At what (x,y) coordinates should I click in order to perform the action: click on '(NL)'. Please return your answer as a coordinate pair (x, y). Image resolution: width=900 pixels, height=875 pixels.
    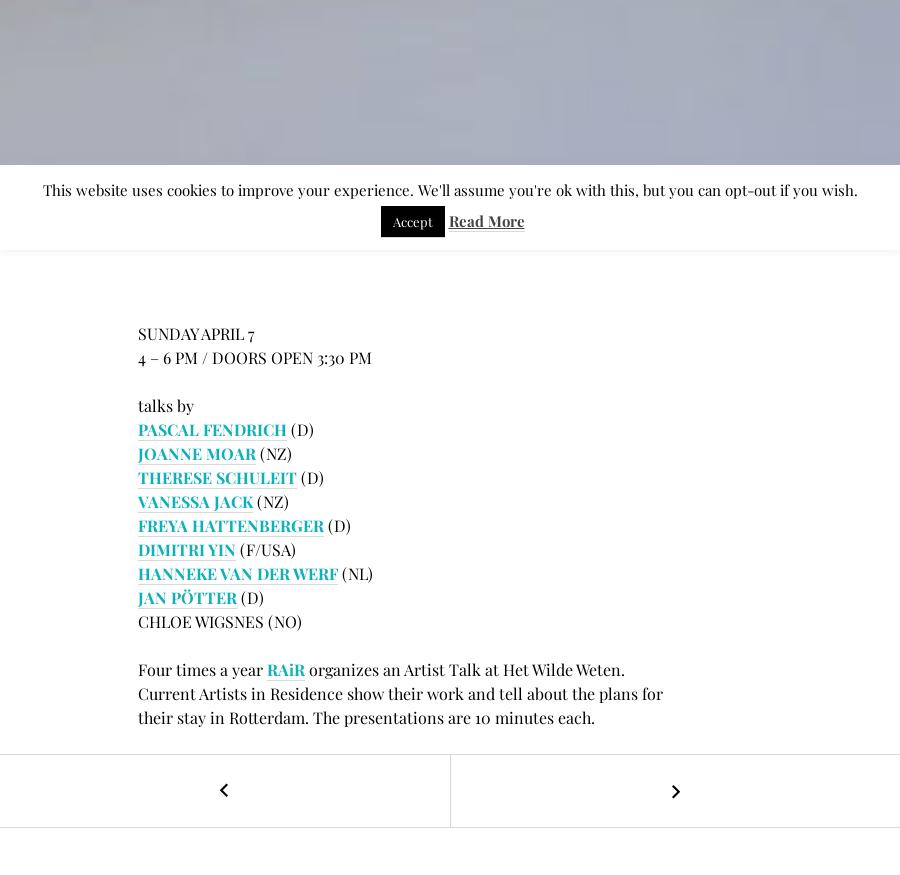
    Looking at the image, I should click on (355, 573).